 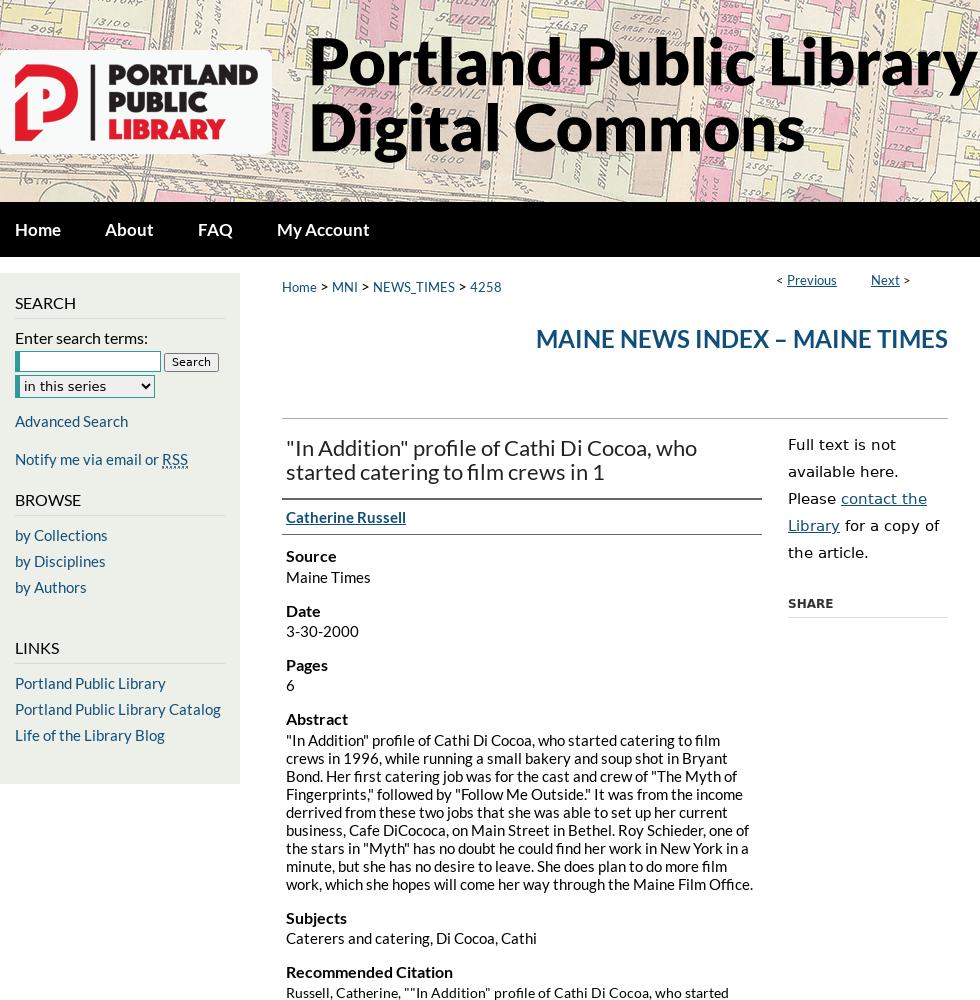 I want to click on 'for a copy of the article.', so click(x=863, y=539).